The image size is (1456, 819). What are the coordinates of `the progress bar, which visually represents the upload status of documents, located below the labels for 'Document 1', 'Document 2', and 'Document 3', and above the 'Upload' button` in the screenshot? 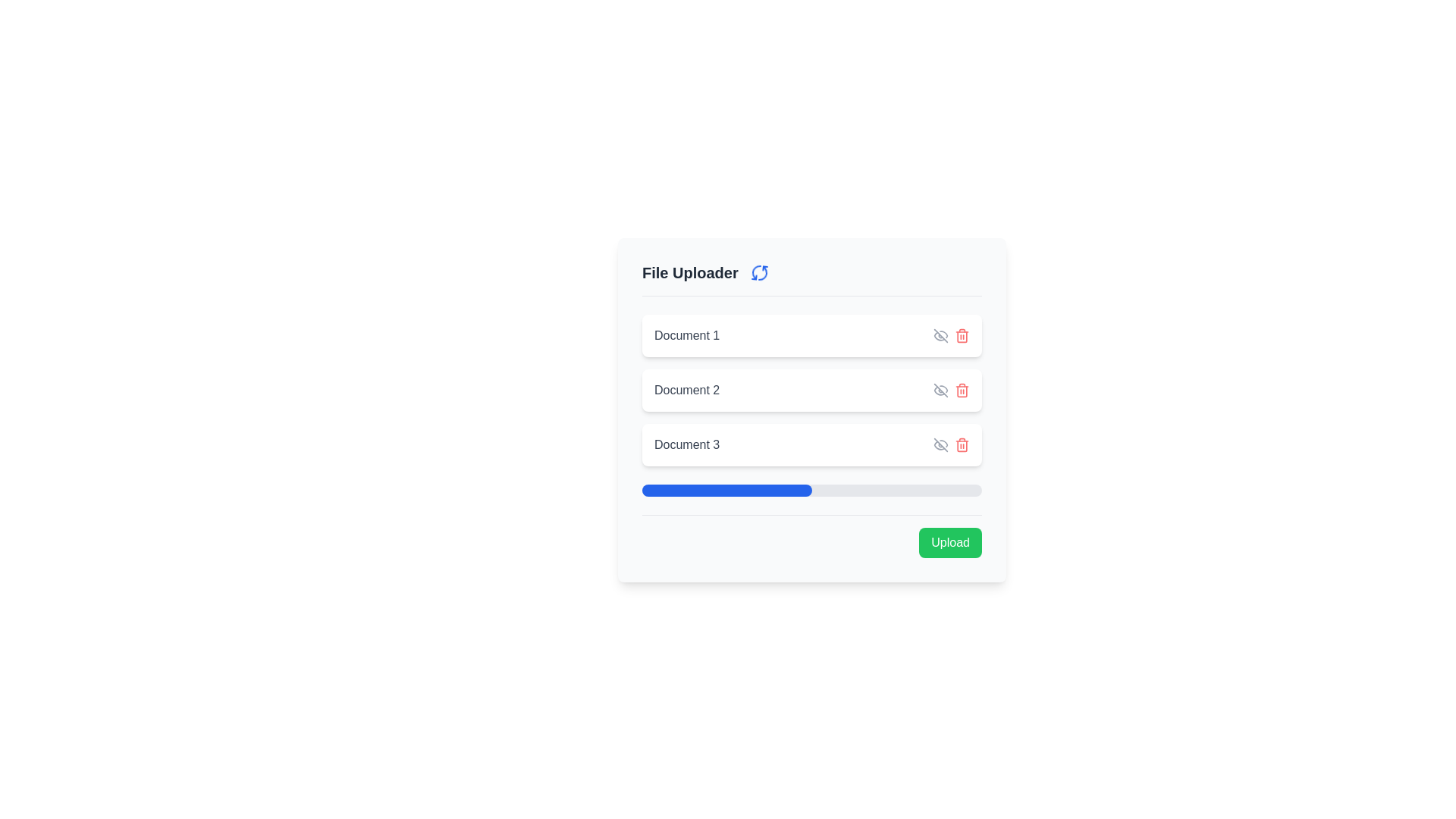 It's located at (811, 491).